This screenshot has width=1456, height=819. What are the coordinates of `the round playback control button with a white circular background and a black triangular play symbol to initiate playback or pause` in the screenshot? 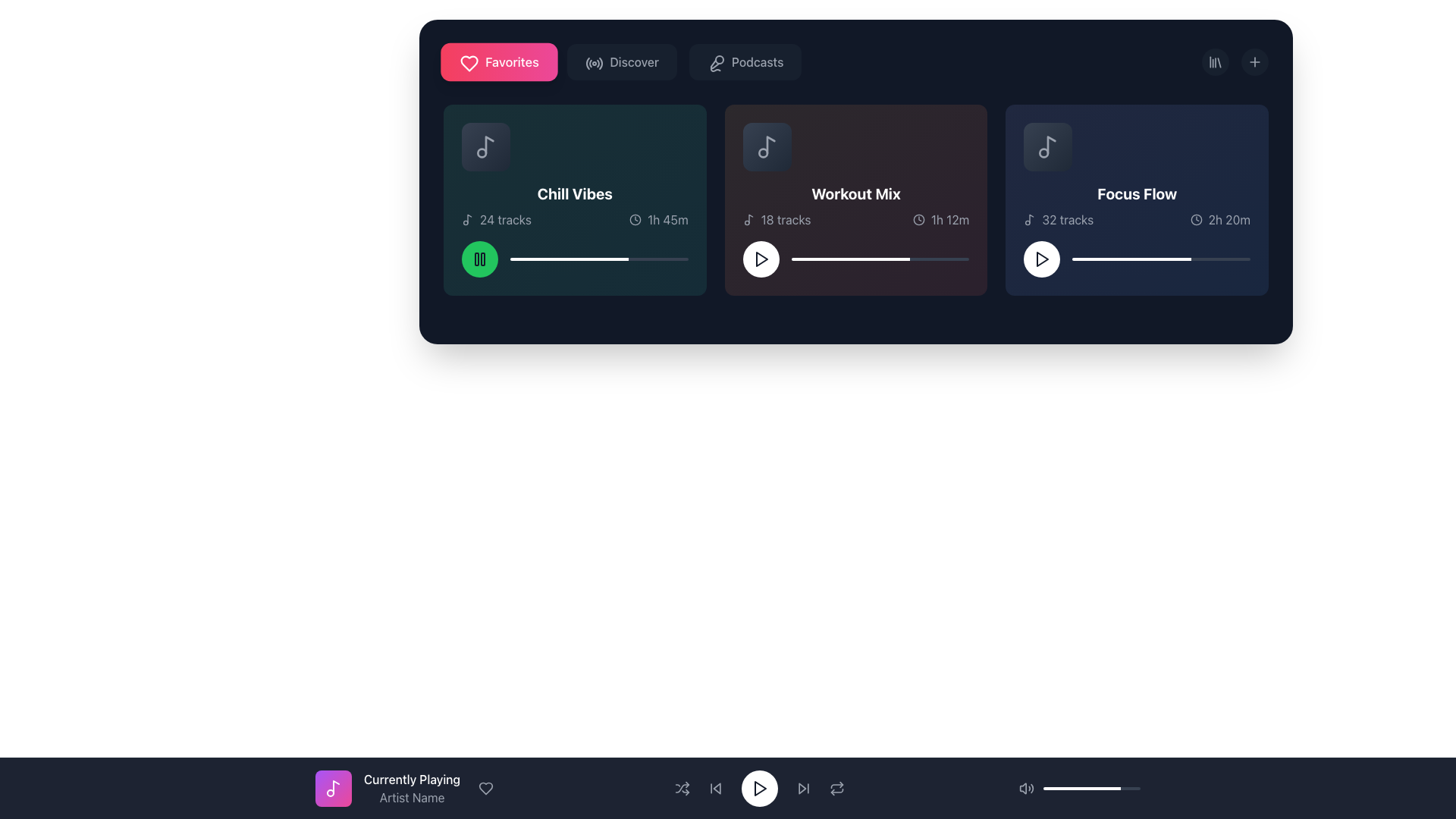 It's located at (759, 788).